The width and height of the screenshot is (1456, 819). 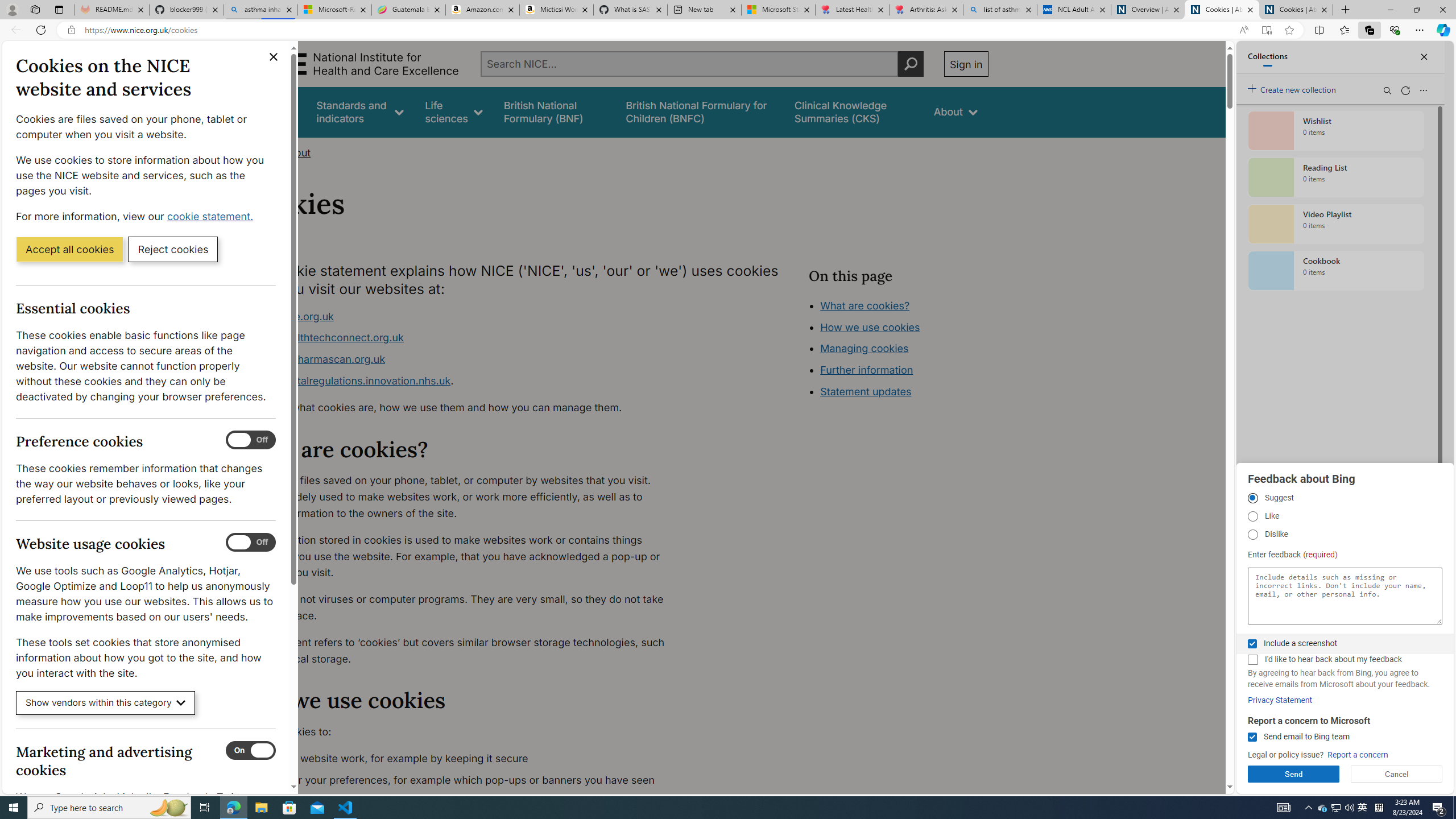 What do you see at coordinates (250, 440) in the screenshot?
I see `'Preference cookies'` at bounding box center [250, 440].